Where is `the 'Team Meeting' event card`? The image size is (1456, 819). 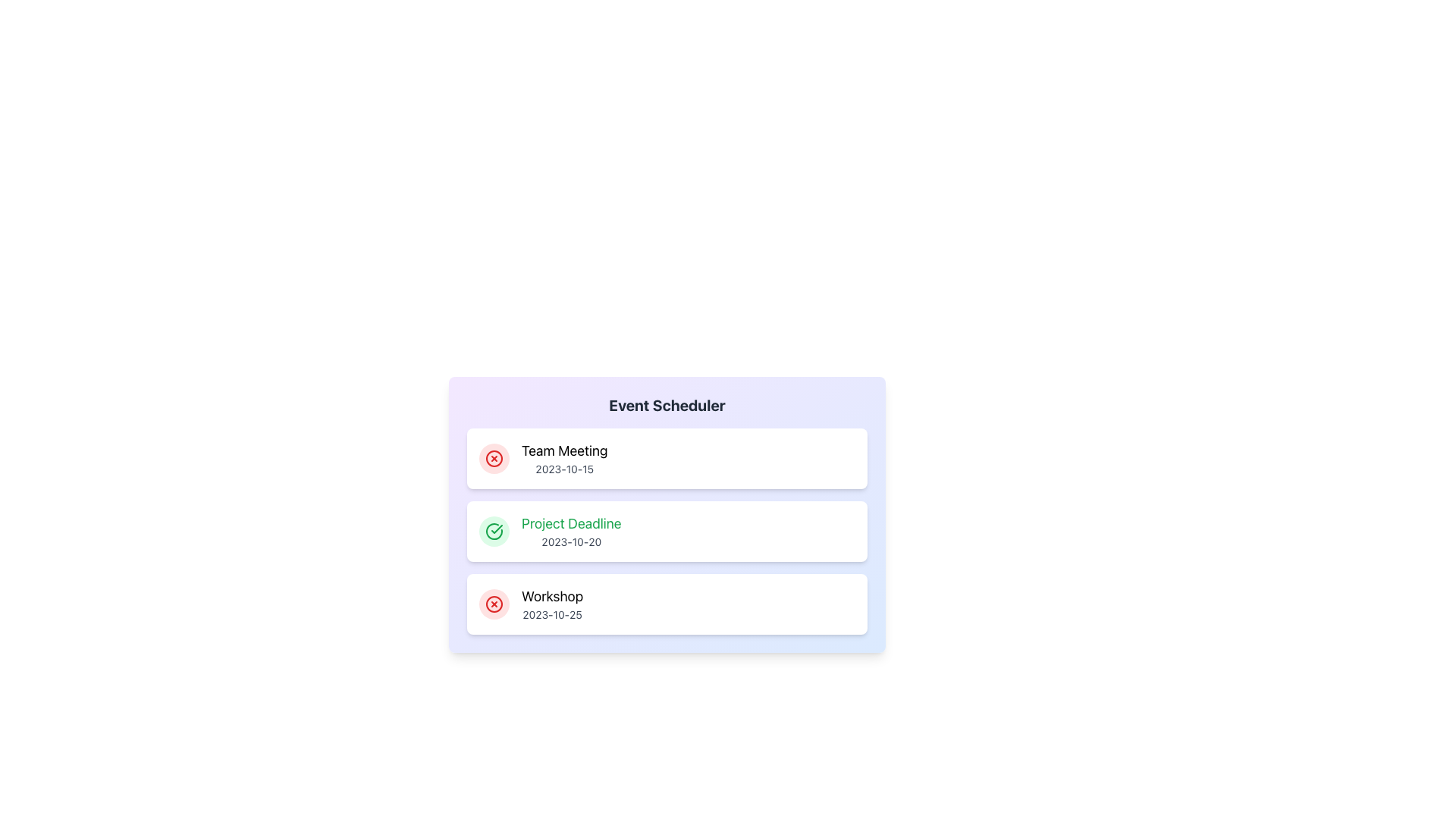 the 'Team Meeting' event card is located at coordinates (667, 458).